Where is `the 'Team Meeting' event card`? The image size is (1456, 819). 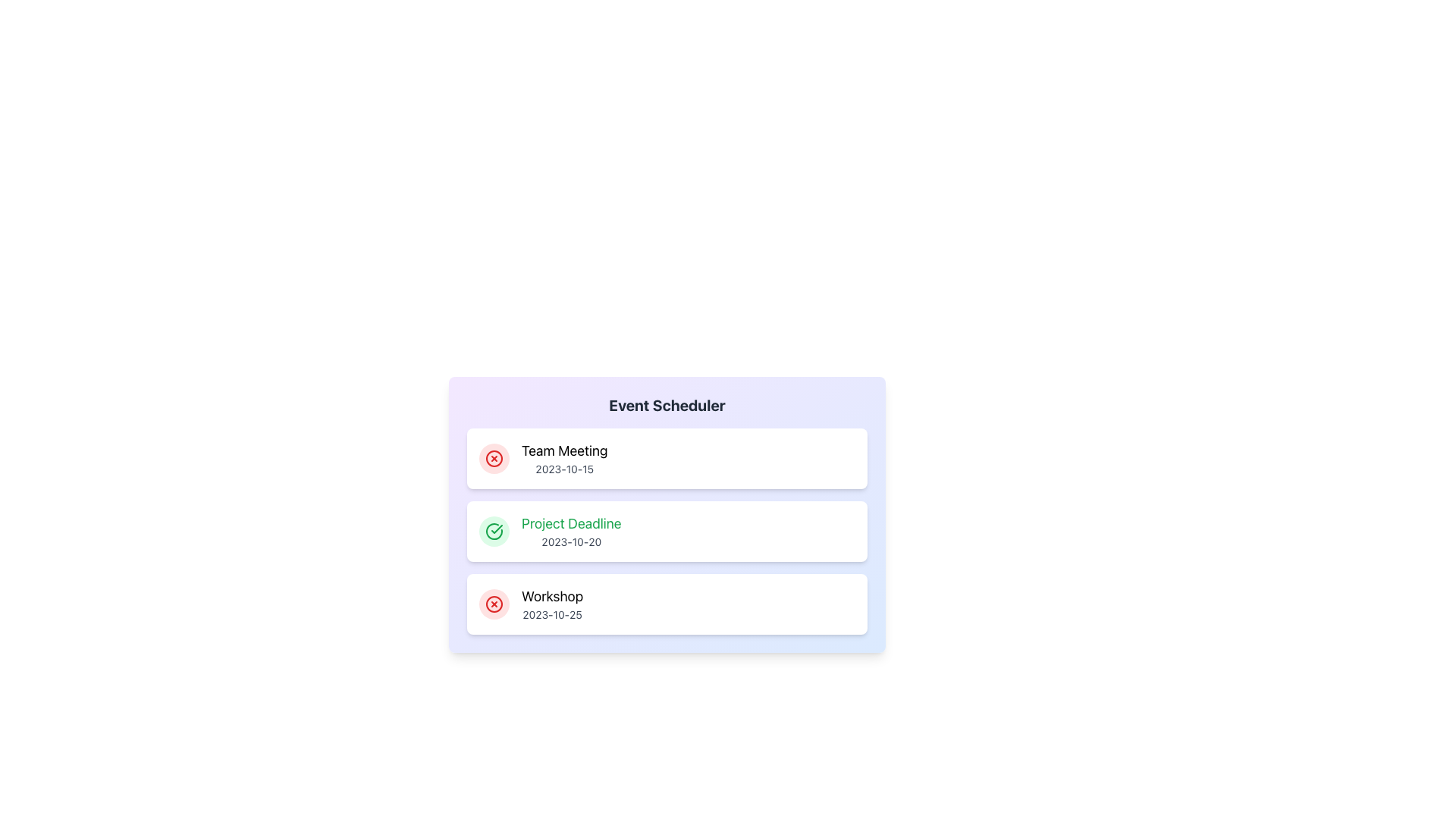 the 'Team Meeting' event card is located at coordinates (667, 458).